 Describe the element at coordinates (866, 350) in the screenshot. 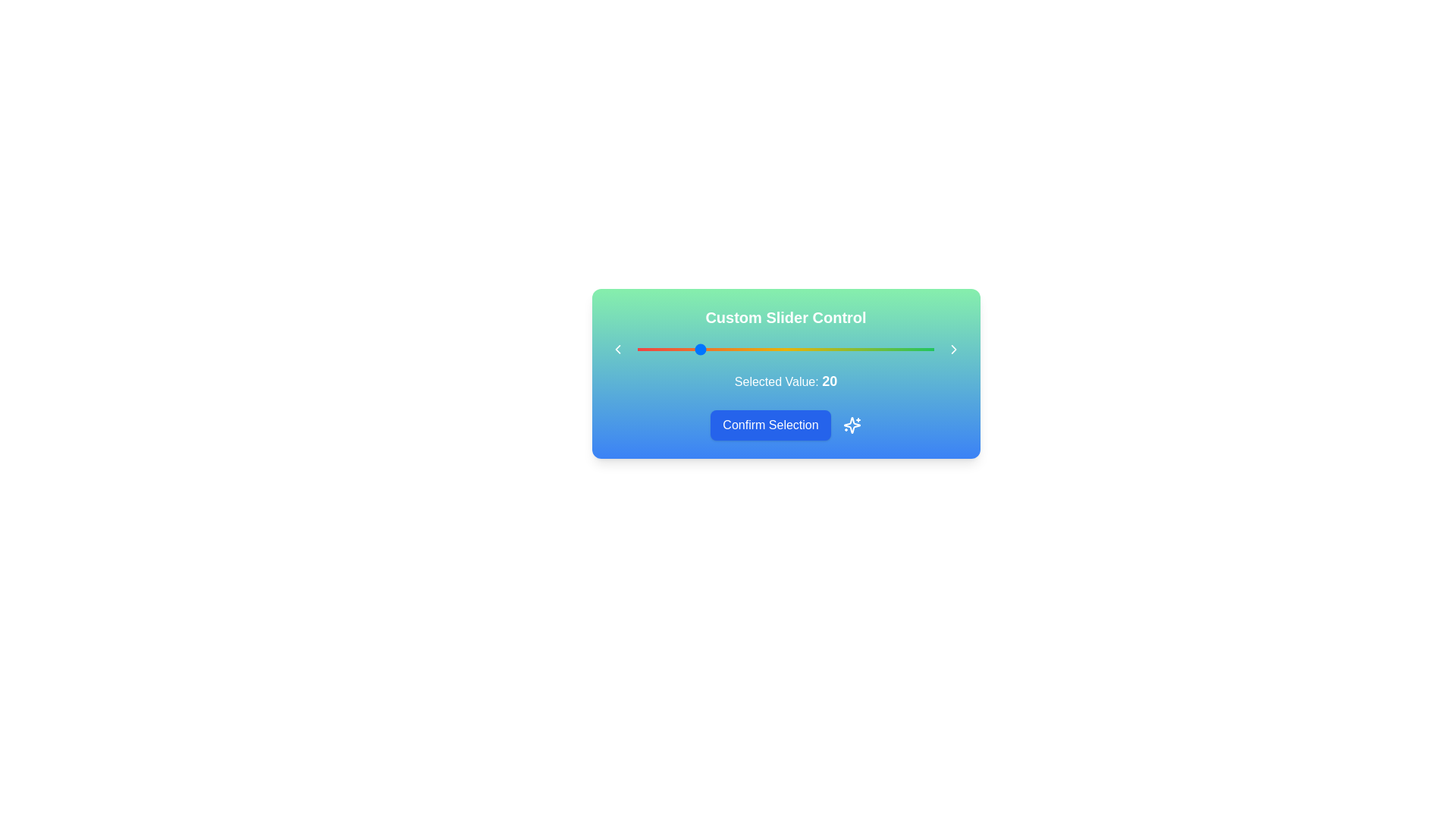

I see `the slider to 77 by dragging the handle` at that location.